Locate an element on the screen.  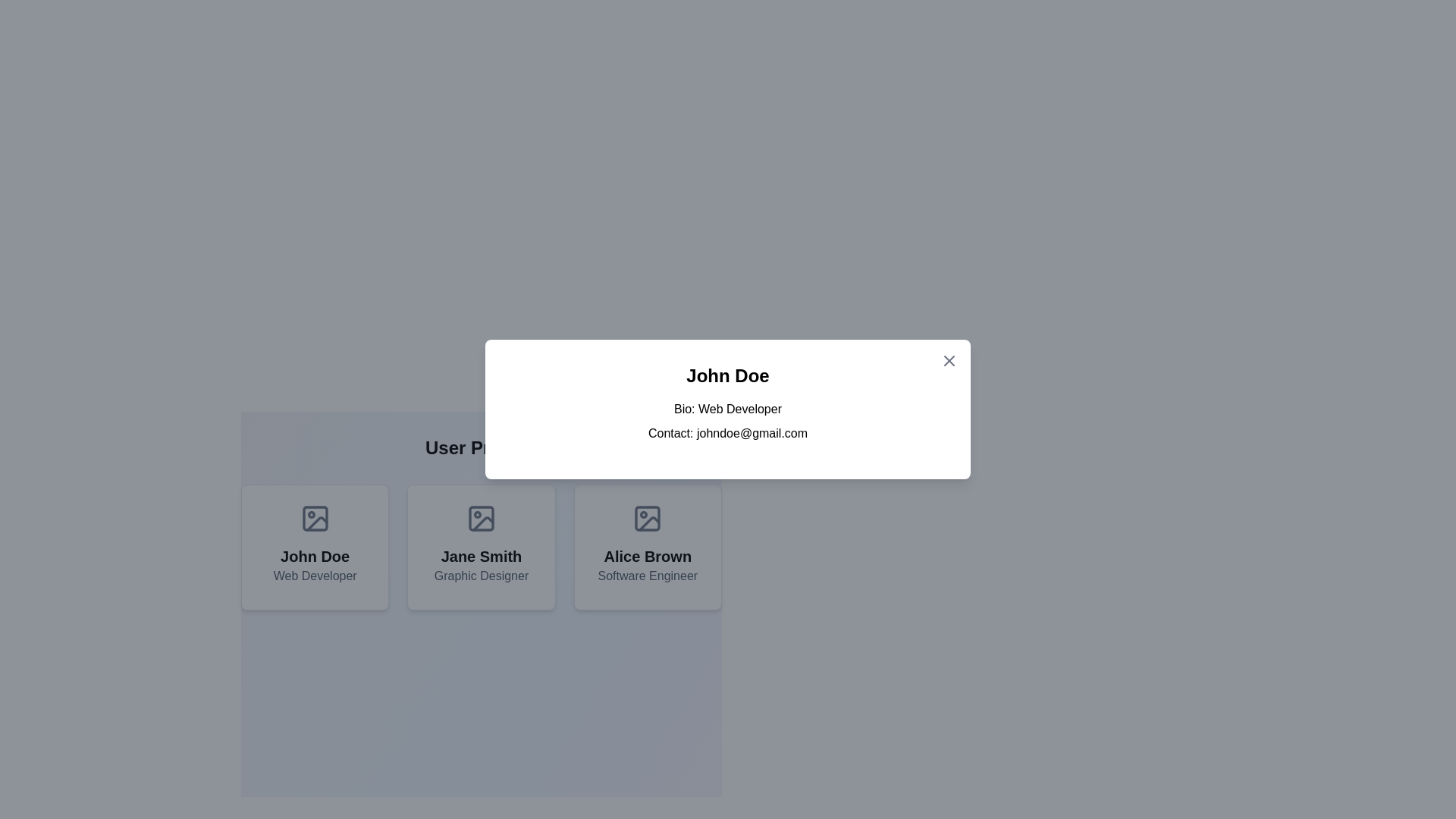
the Profile Card featuring 'John Doe', which has a picture frame icon at the top and is located in the first column of a three-column grid is located at coordinates (314, 547).